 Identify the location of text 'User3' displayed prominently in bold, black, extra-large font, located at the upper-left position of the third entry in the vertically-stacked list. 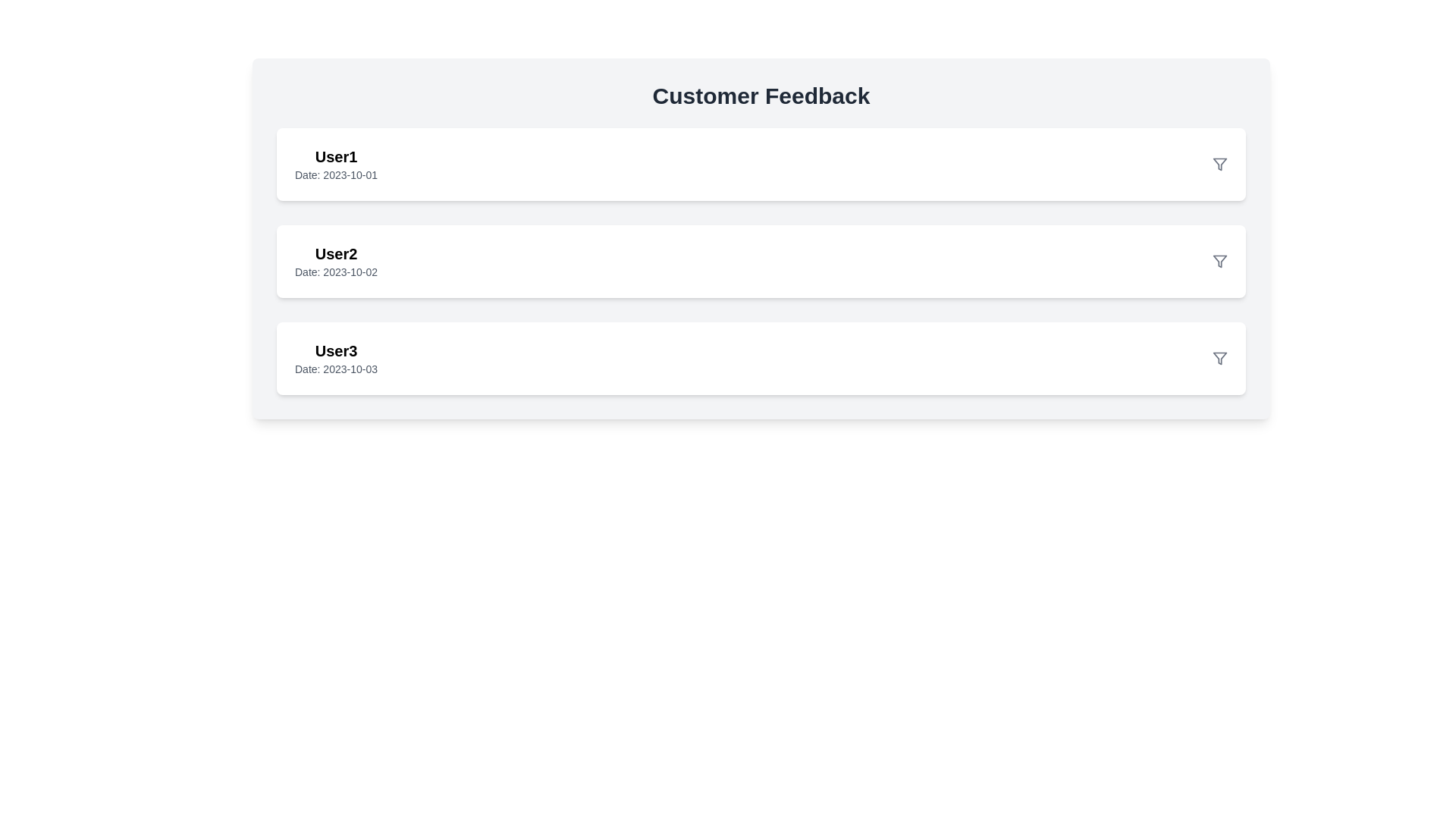
(335, 350).